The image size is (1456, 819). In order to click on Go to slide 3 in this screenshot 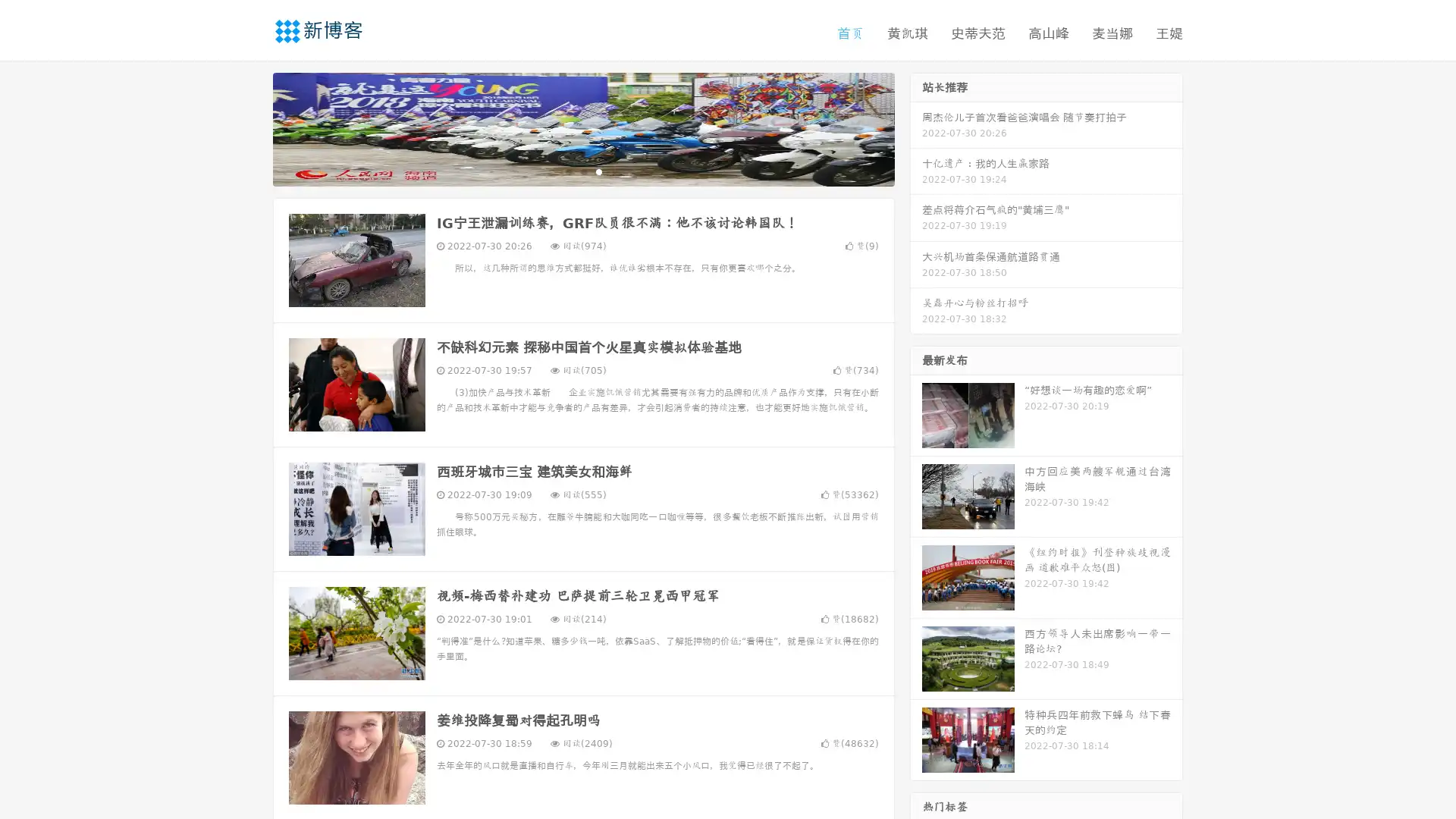, I will do `click(598, 171)`.